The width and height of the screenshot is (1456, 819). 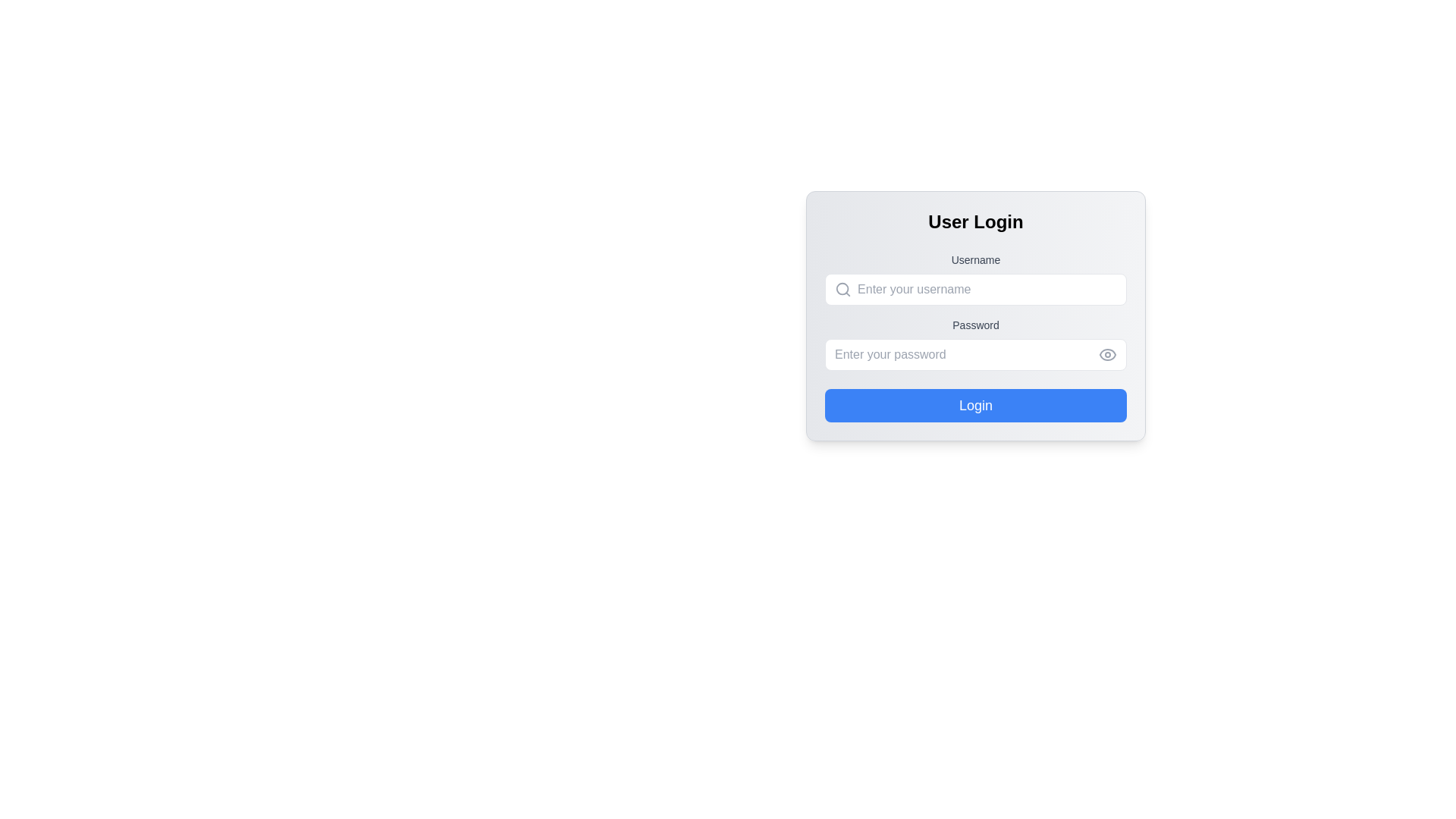 What do you see at coordinates (975, 222) in the screenshot?
I see `the bold, large font text that reads 'User Login', which is centered at the top of the card interface` at bounding box center [975, 222].